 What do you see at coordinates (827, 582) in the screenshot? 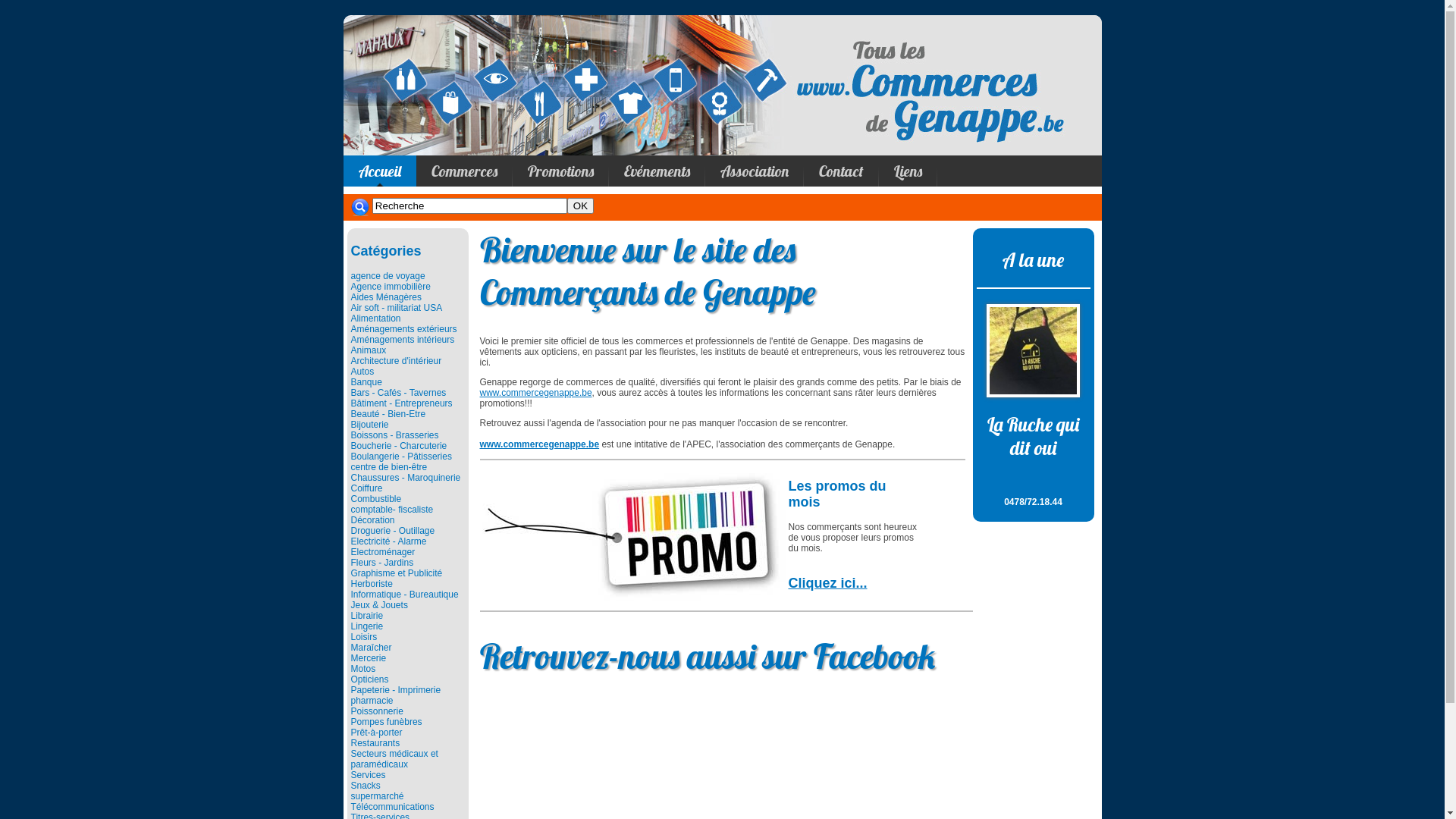
I see `'Cliquez ici...'` at bounding box center [827, 582].